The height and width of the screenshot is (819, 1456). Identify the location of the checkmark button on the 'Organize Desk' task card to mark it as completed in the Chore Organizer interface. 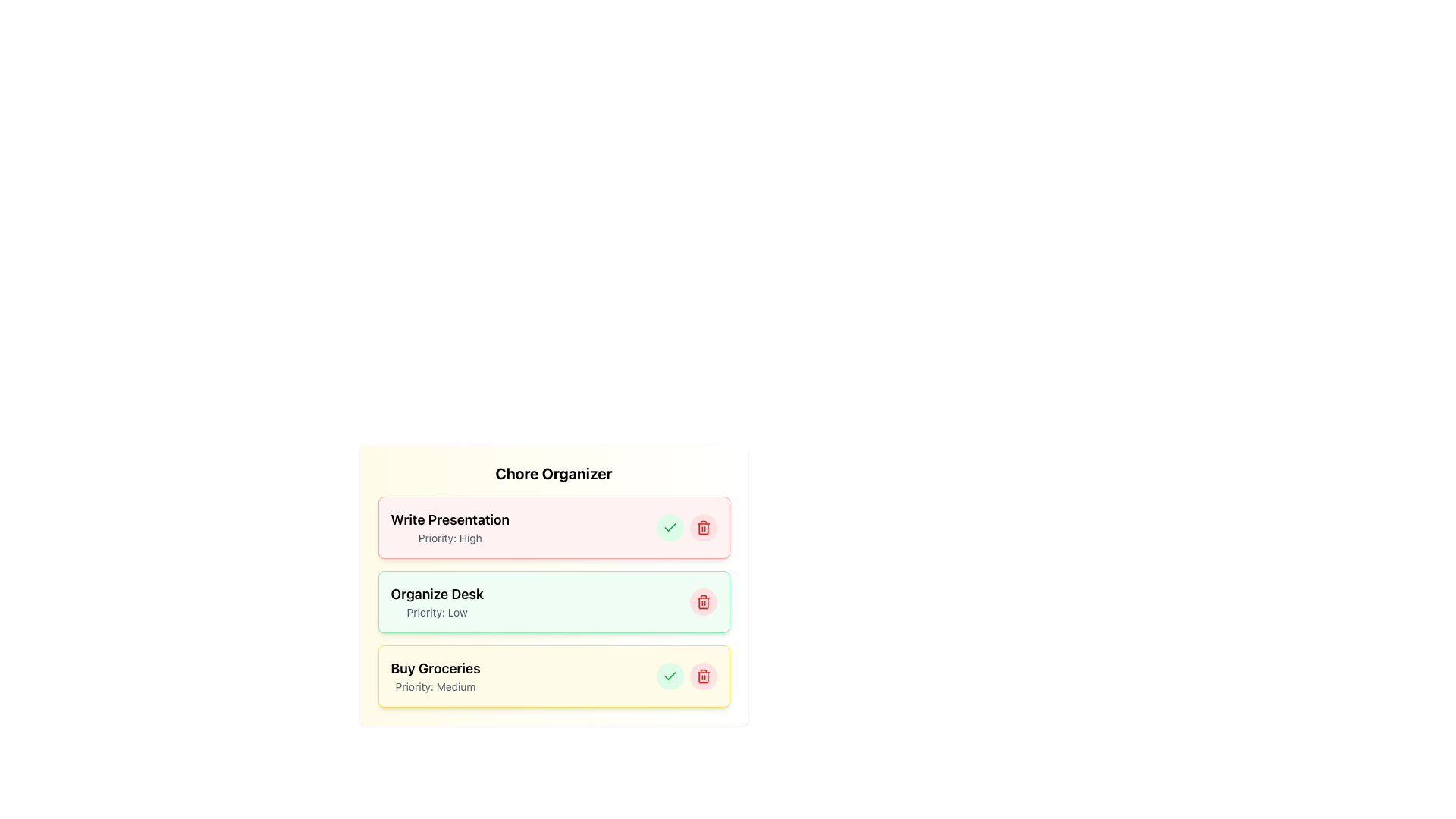
(553, 601).